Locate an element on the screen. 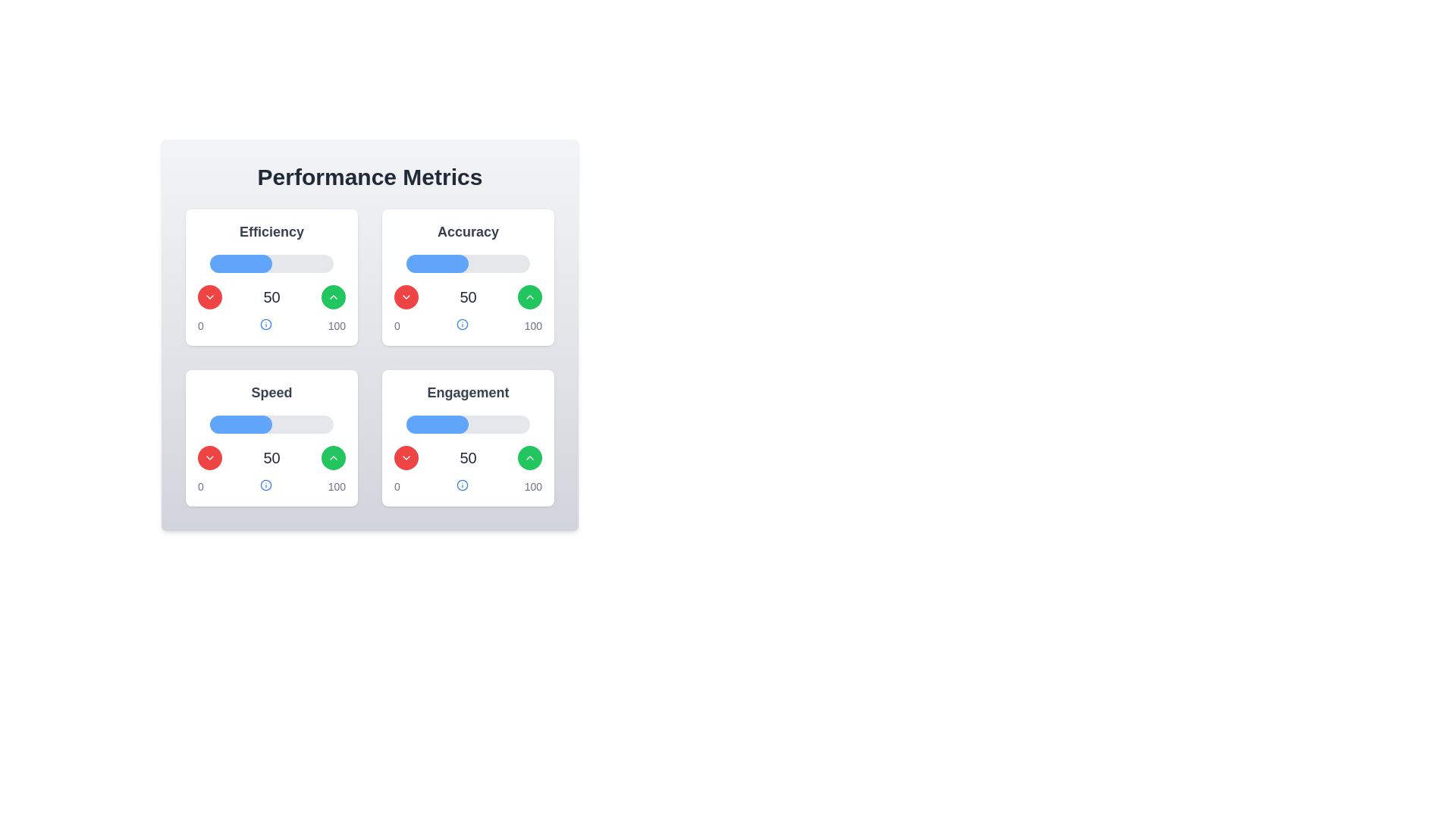 The image size is (1456, 819). the central number display showing '50' in bold gray font, which is located in the middle of the 'Accuracy' performance card is located at coordinates (467, 297).